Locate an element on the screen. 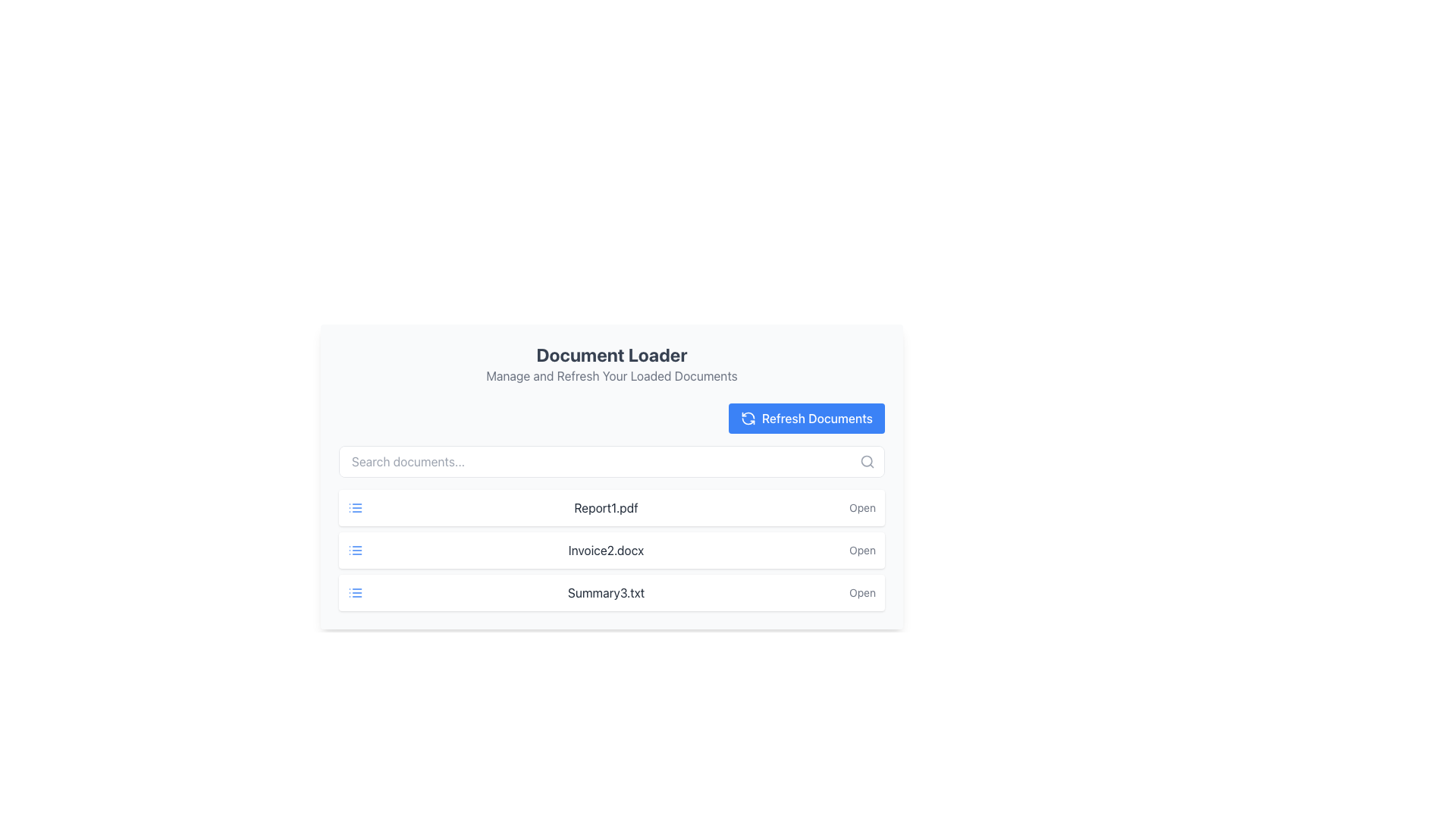 The height and width of the screenshot is (819, 1456). the action button icon associated with the document 'Report1.pdf' located at the leftmost side of its row in the document list is located at coordinates (355, 508).